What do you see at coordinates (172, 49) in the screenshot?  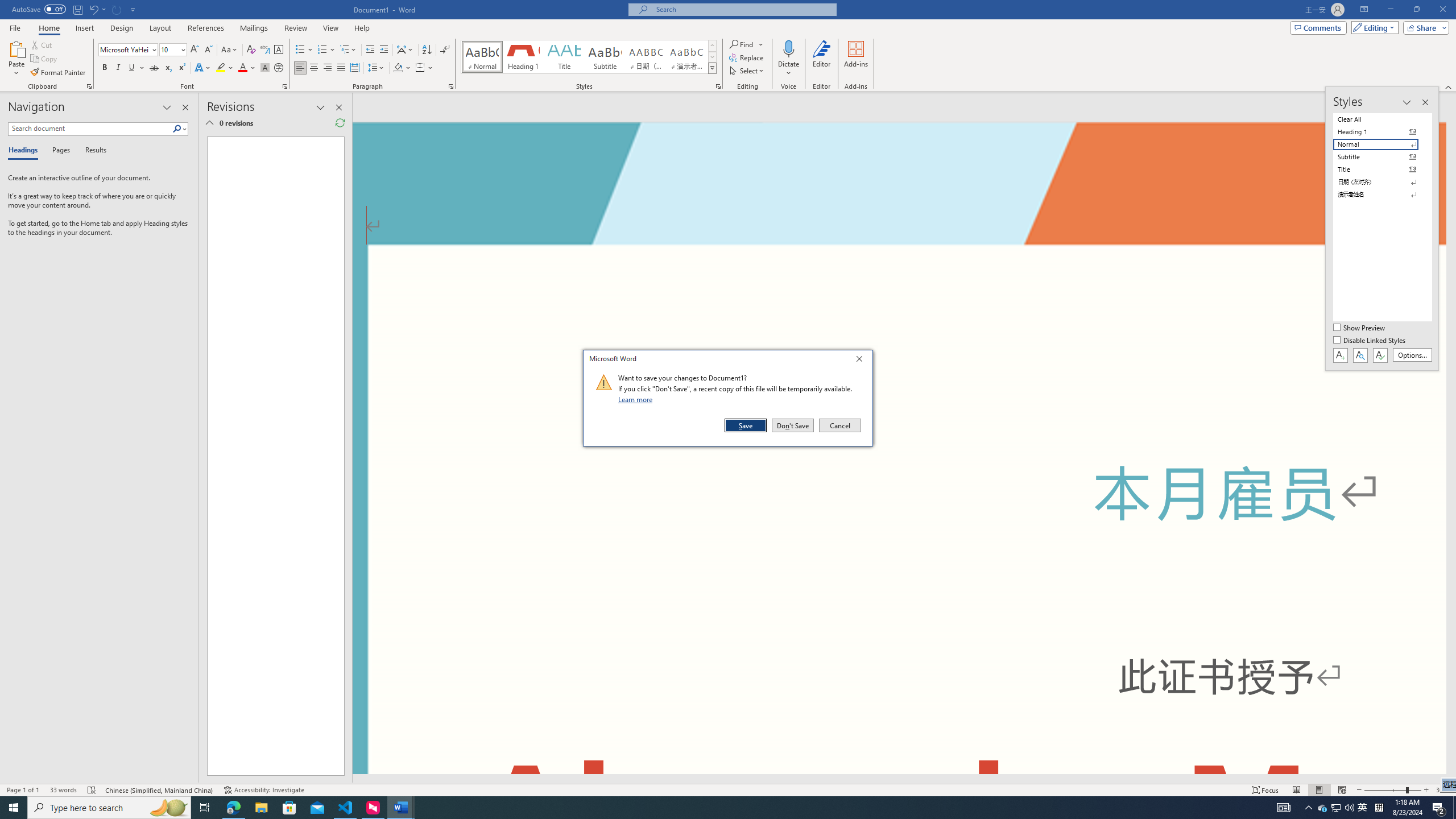 I see `'Font Size'` at bounding box center [172, 49].